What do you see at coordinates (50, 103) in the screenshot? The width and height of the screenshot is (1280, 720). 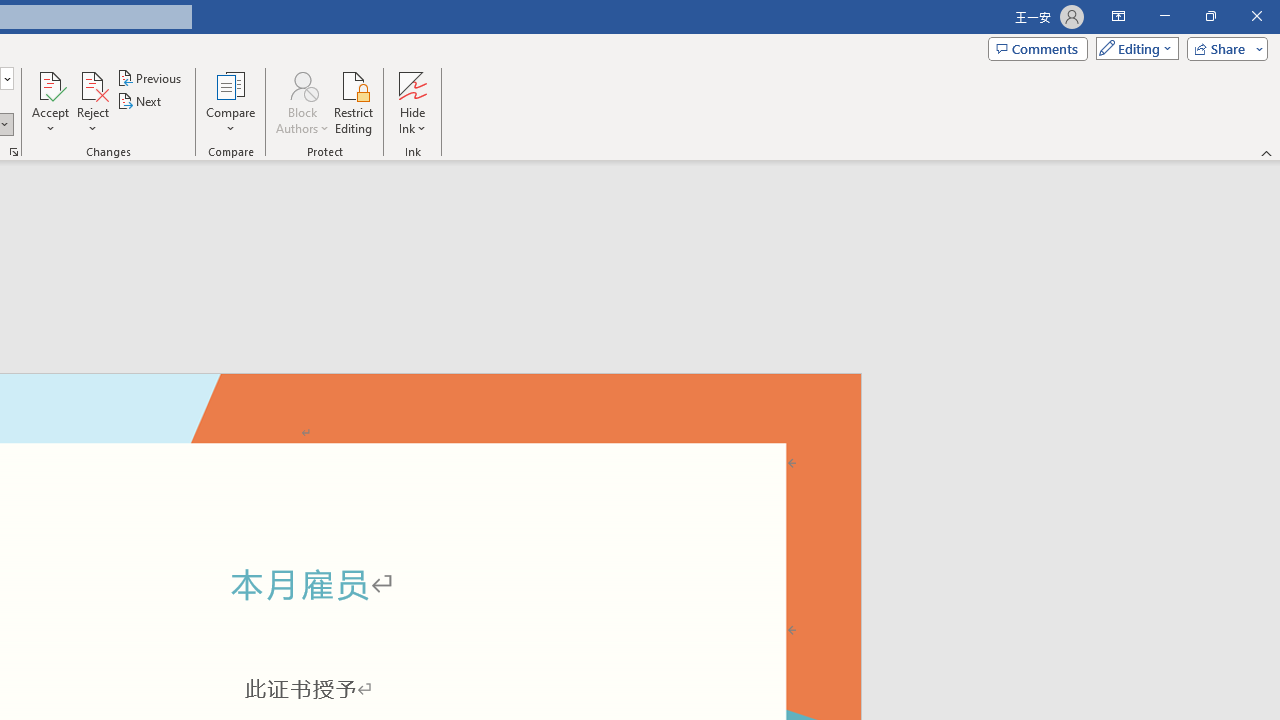 I see `'Accept'` at bounding box center [50, 103].